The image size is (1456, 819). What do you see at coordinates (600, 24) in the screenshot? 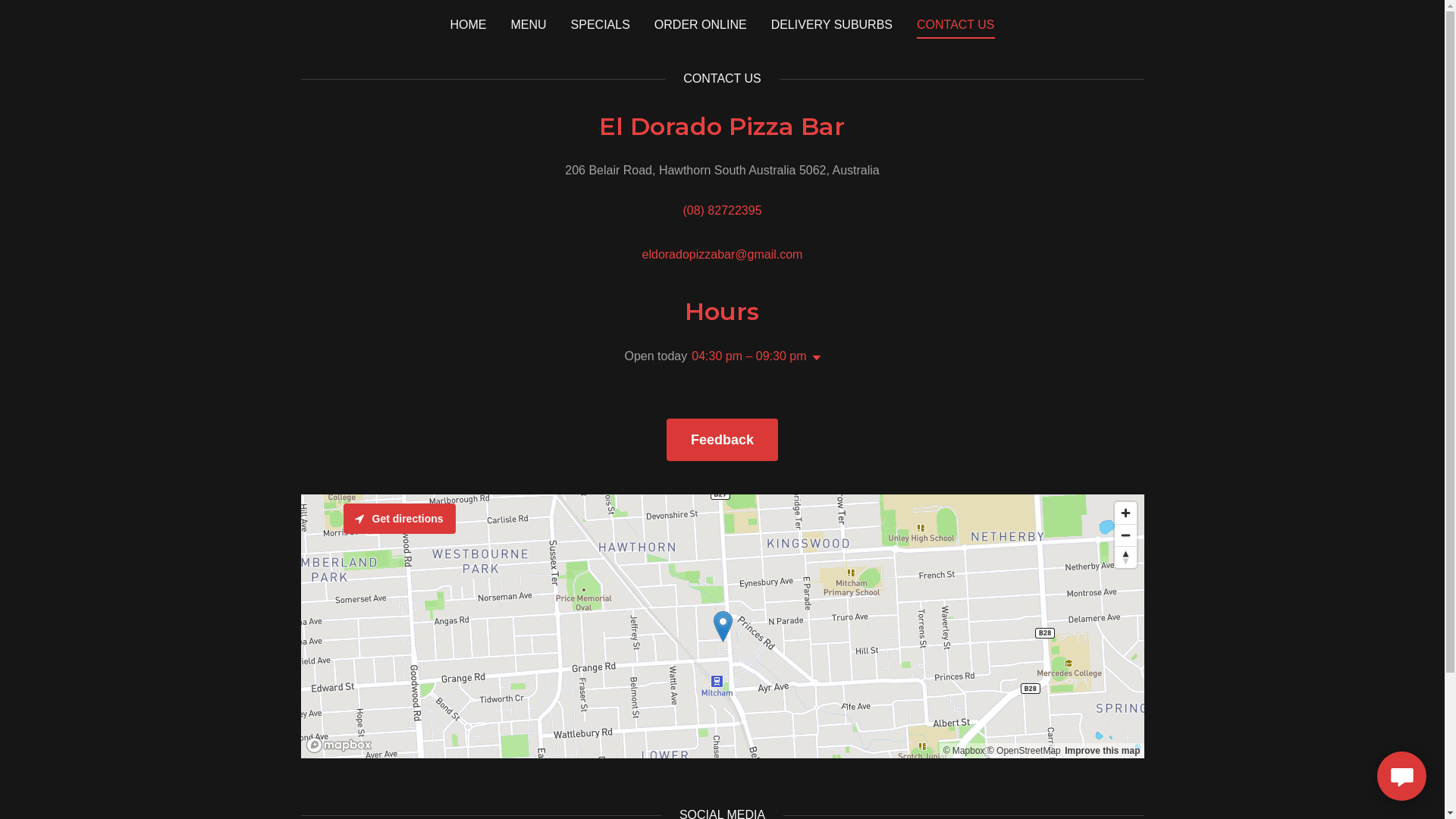
I see `'SPECIALS'` at bounding box center [600, 24].